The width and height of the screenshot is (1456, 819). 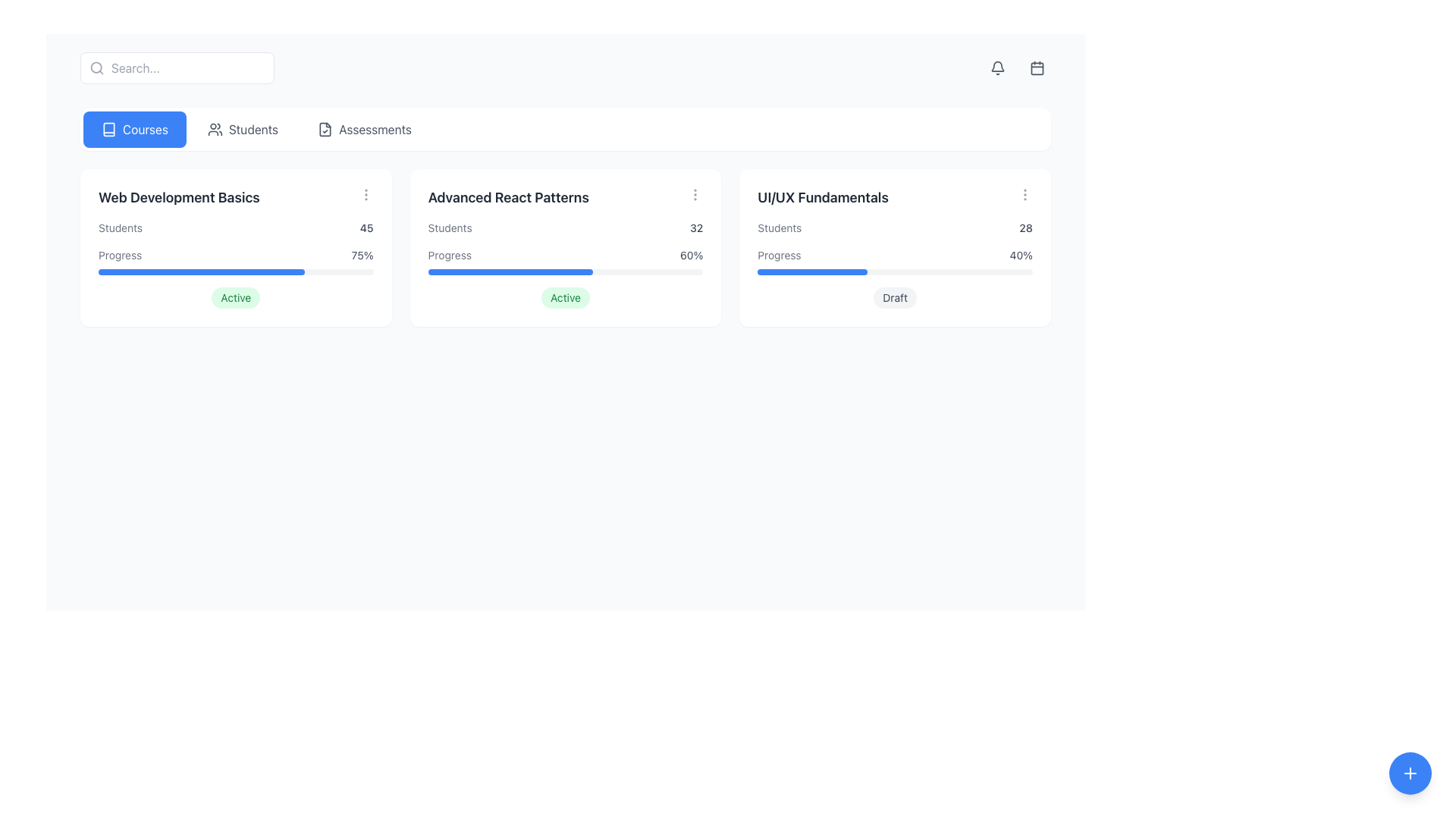 I want to click on the text label displaying 'Progress' in gray font, located in the second card below the 'Advanced React Patterns' header and above the progress bar, so click(x=449, y=254).